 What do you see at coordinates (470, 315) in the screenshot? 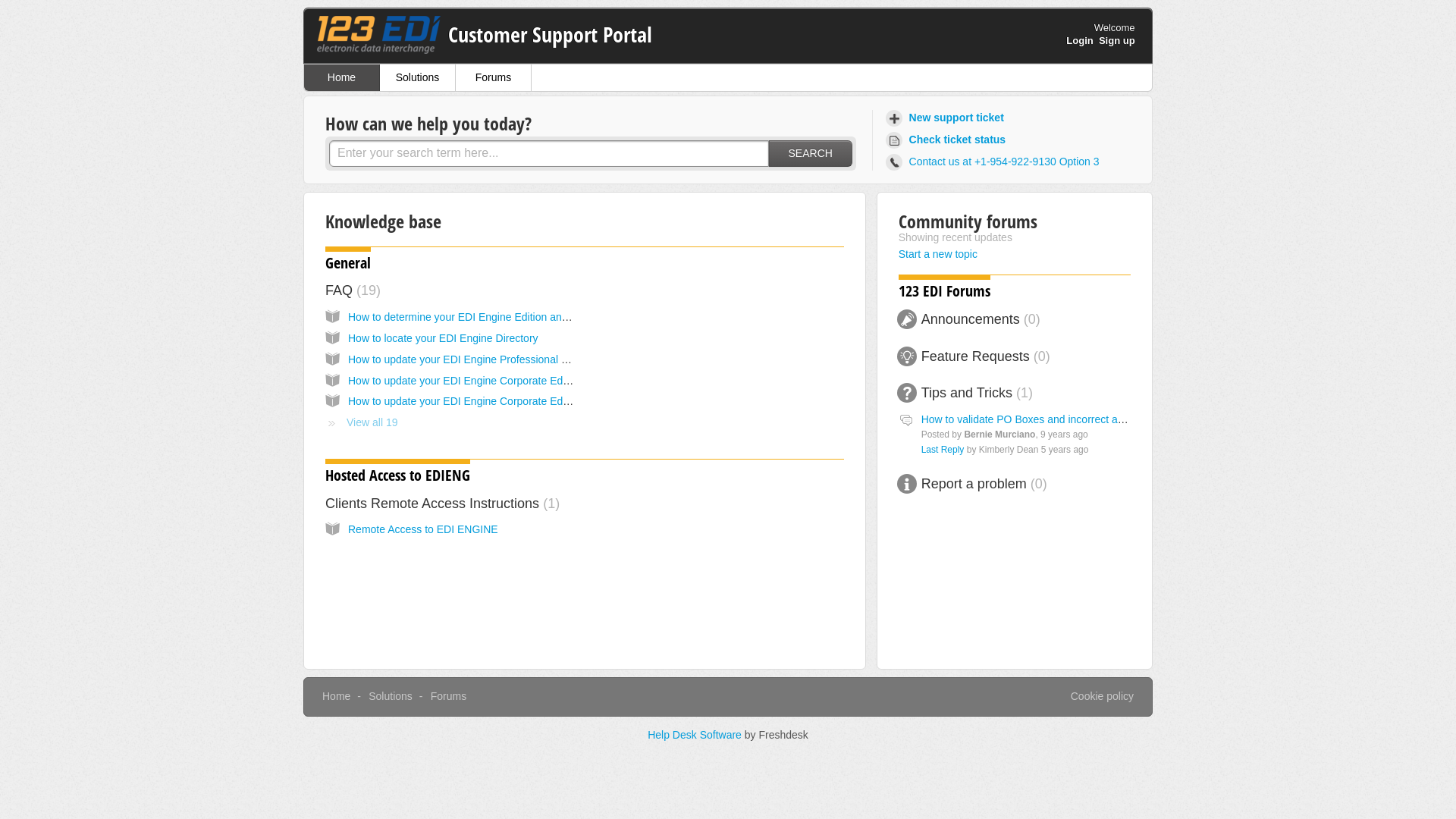
I see `'How to determine your EDI Engine Edition and Build'` at bounding box center [470, 315].